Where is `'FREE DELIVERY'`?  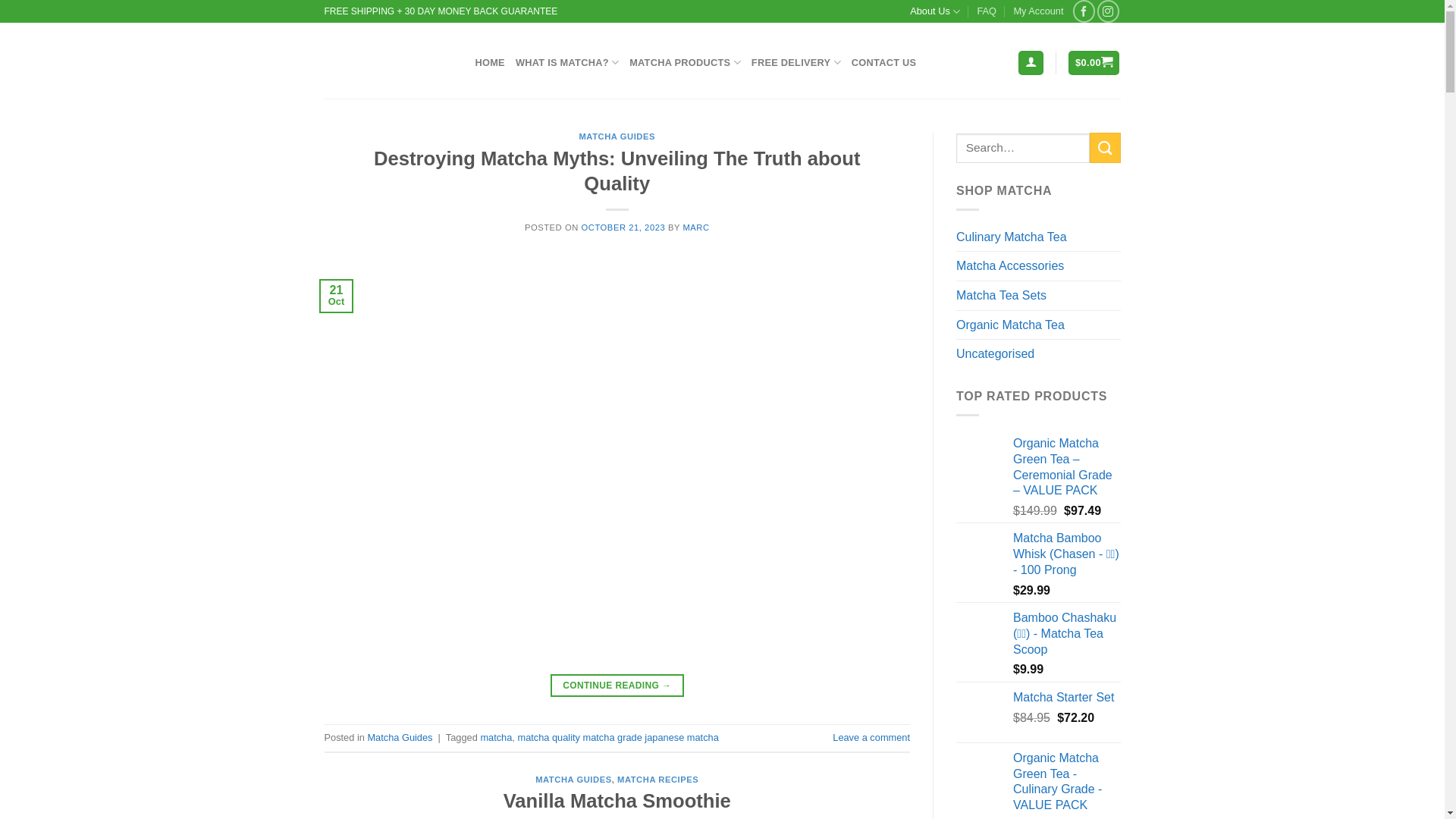 'FREE DELIVERY' is located at coordinates (795, 61).